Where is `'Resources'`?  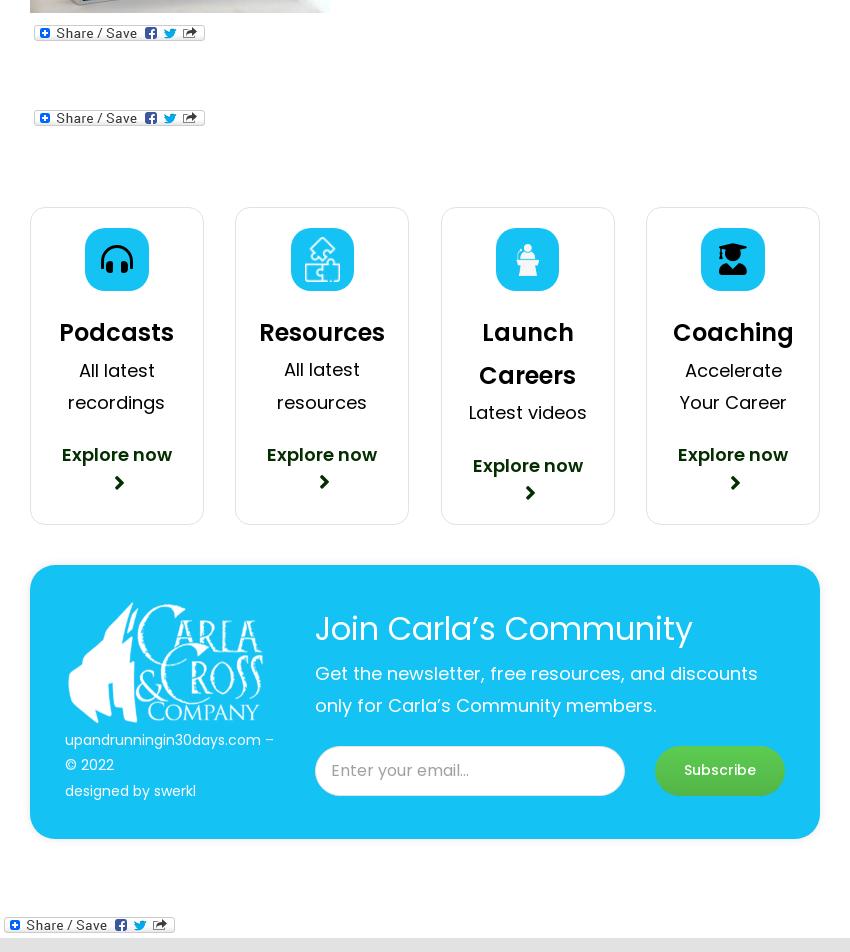 'Resources' is located at coordinates (321, 332).